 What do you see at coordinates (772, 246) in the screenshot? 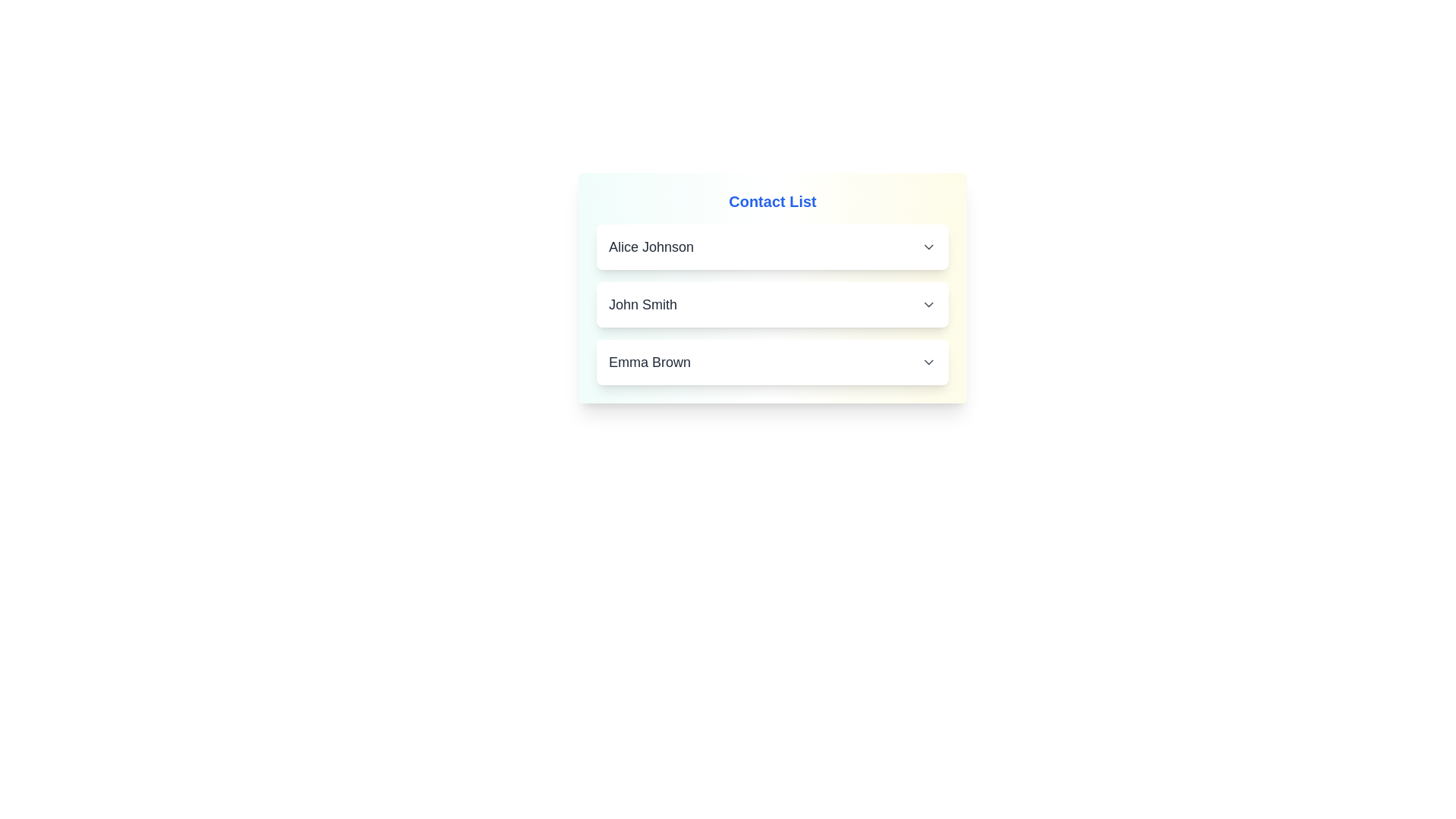
I see `the contact name Alice Johnson to reveal its details` at bounding box center [772, 246].